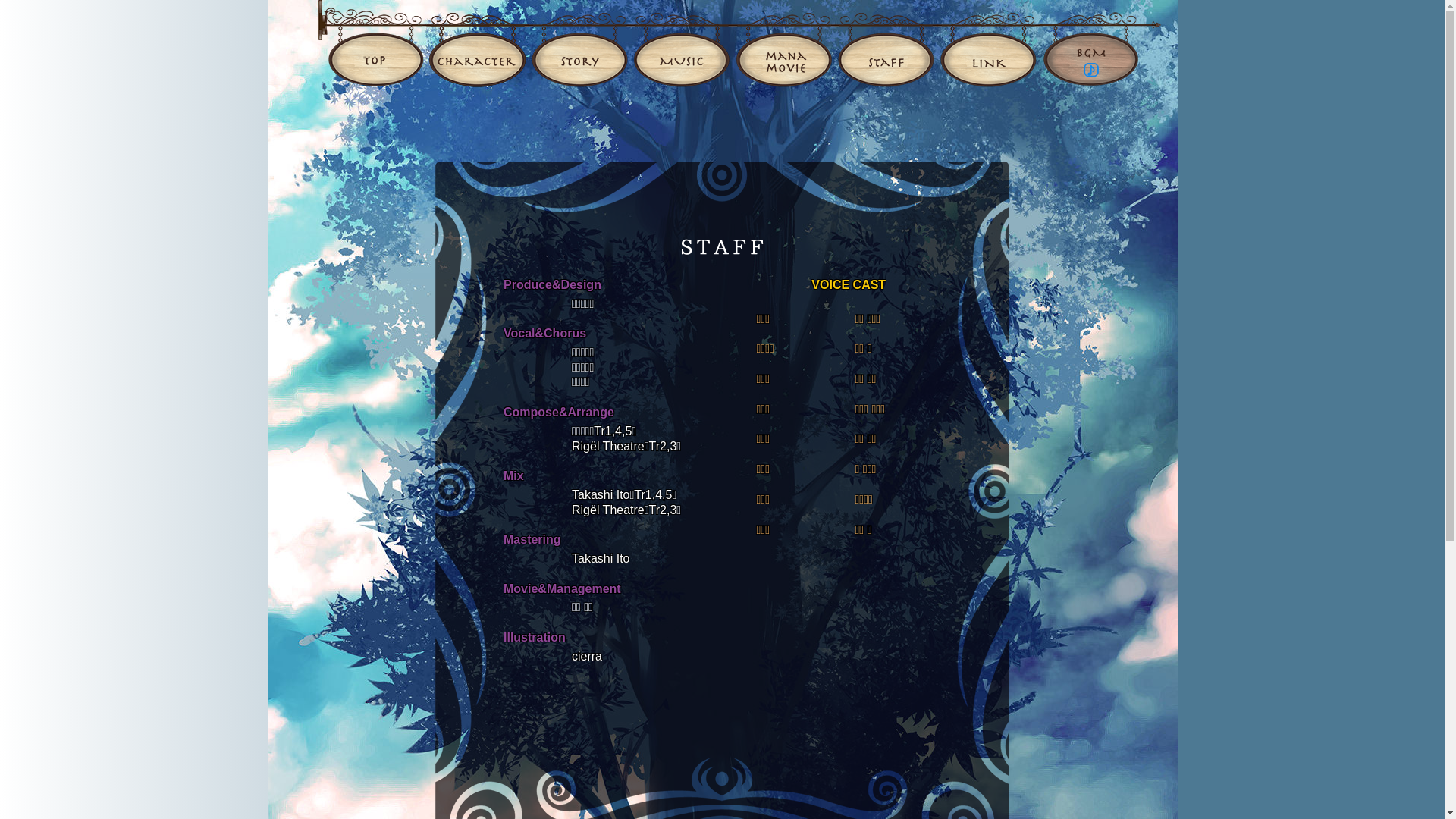  Describe the element at coordinates (1099, 42) in the screenshot. I see `'BGM'` at that location.